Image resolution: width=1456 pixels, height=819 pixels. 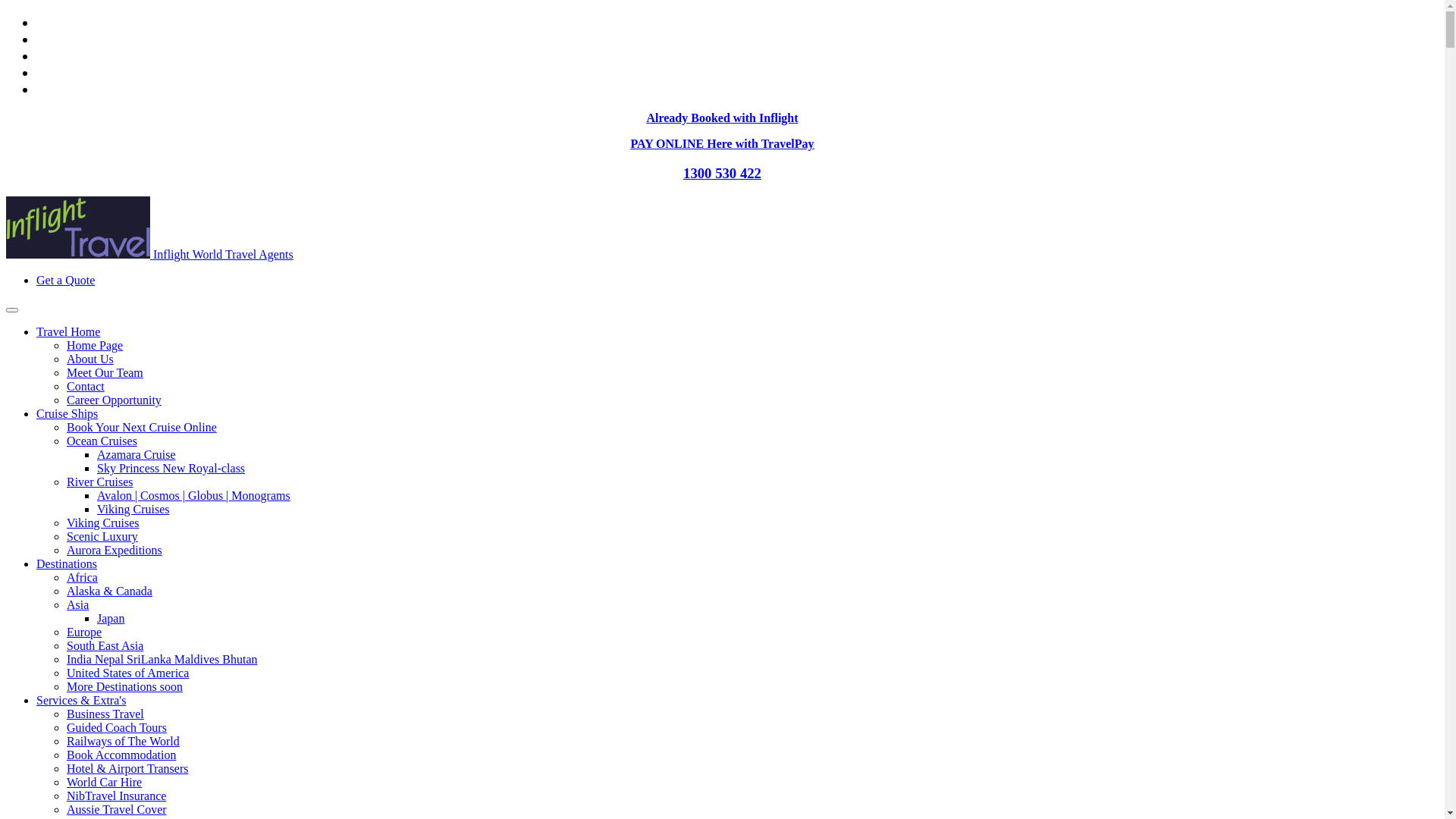 What do you see at coordinates (65, 632) in the screenshot?
I see `'Europe'` at bounding box center [65, 632].